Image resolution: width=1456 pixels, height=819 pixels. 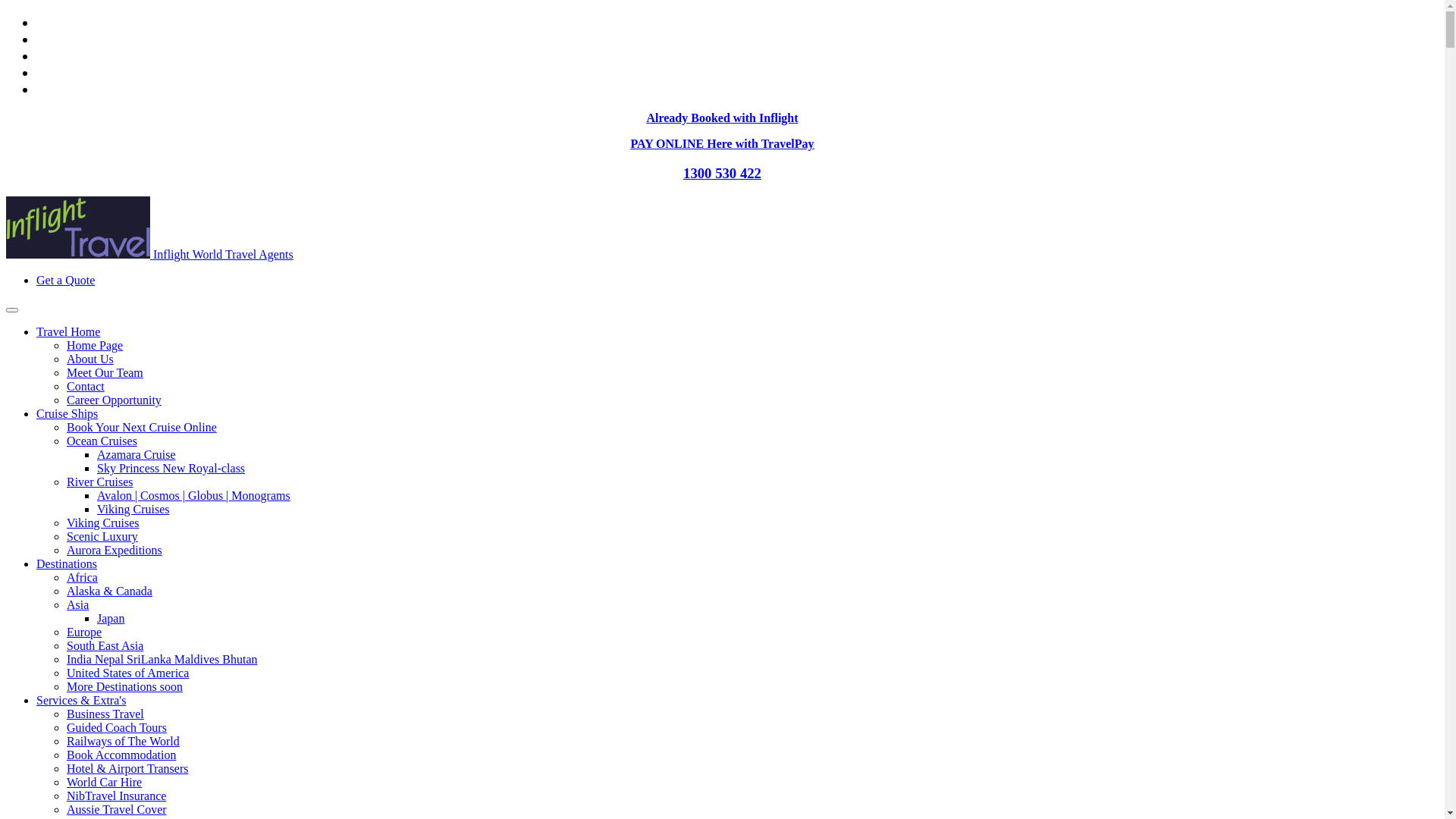 What do you see at coordinates (65, 632) in the screenshot?
I see `'Europe'` at bounding box center [65, 632].